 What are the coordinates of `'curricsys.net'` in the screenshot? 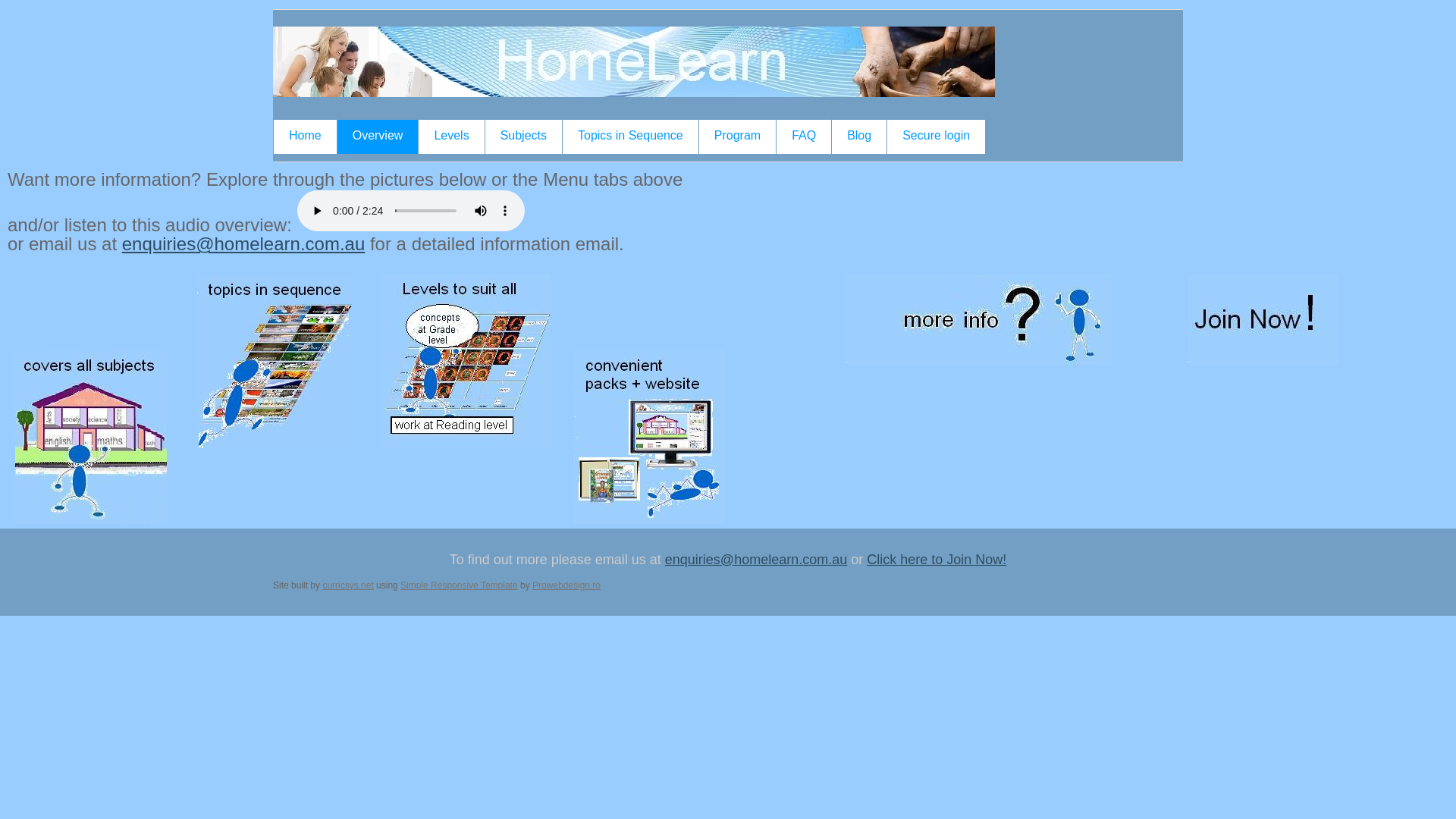 It's located at (347, 584).